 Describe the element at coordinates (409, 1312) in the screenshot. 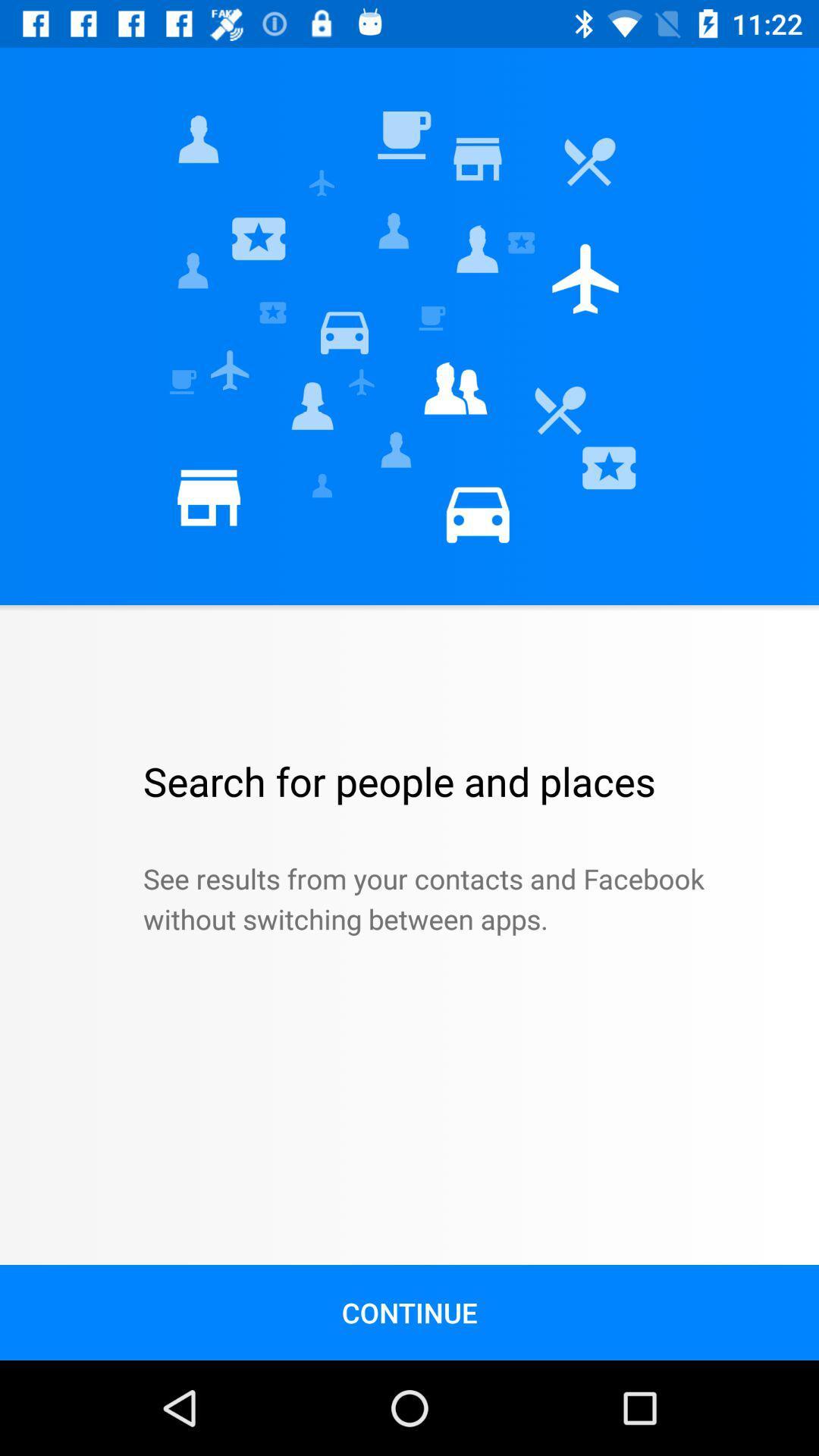

I see `the icon below see results from icon` at that location.